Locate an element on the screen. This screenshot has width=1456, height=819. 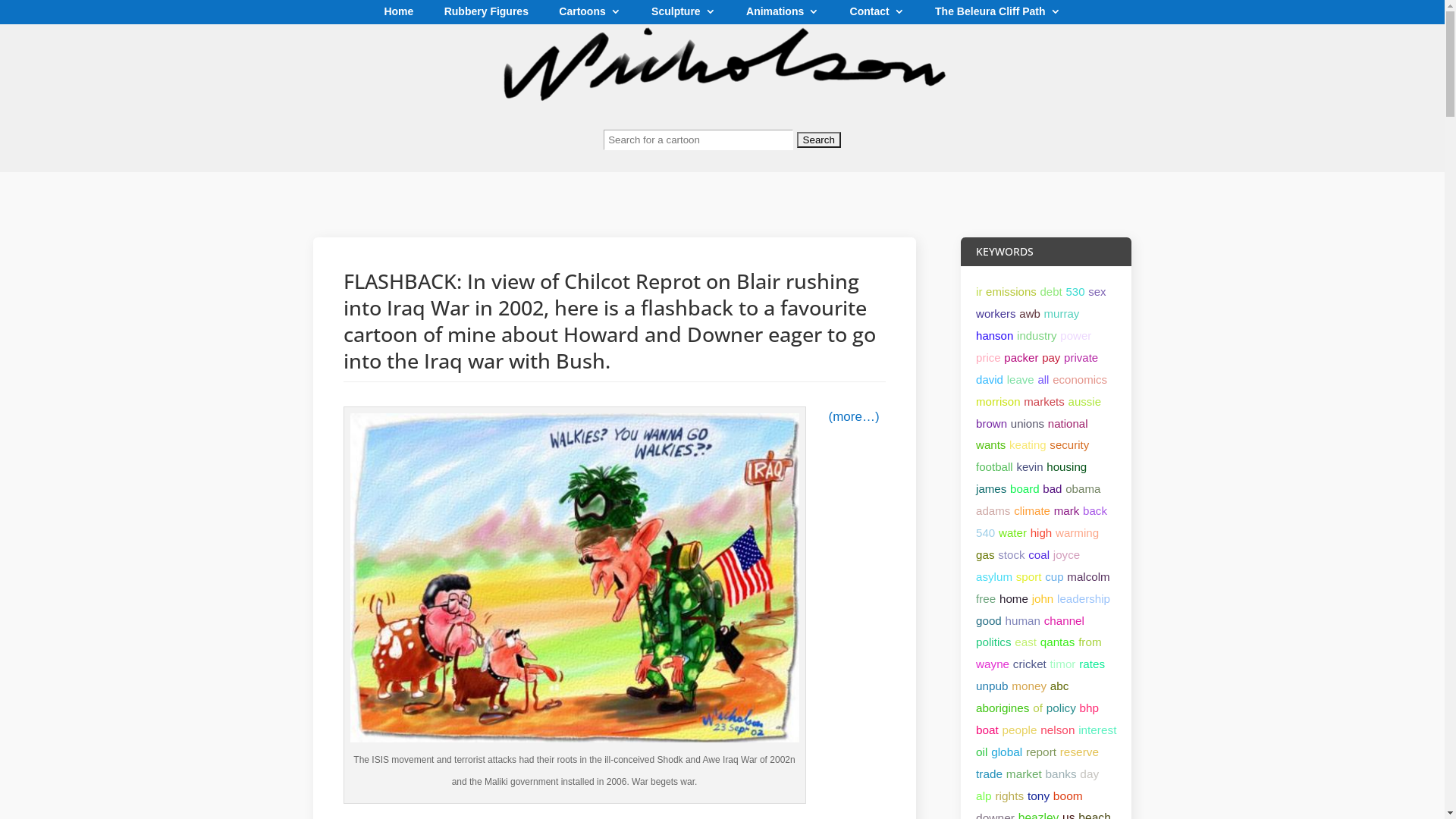
'Home' is located at coordinates (398, 15).